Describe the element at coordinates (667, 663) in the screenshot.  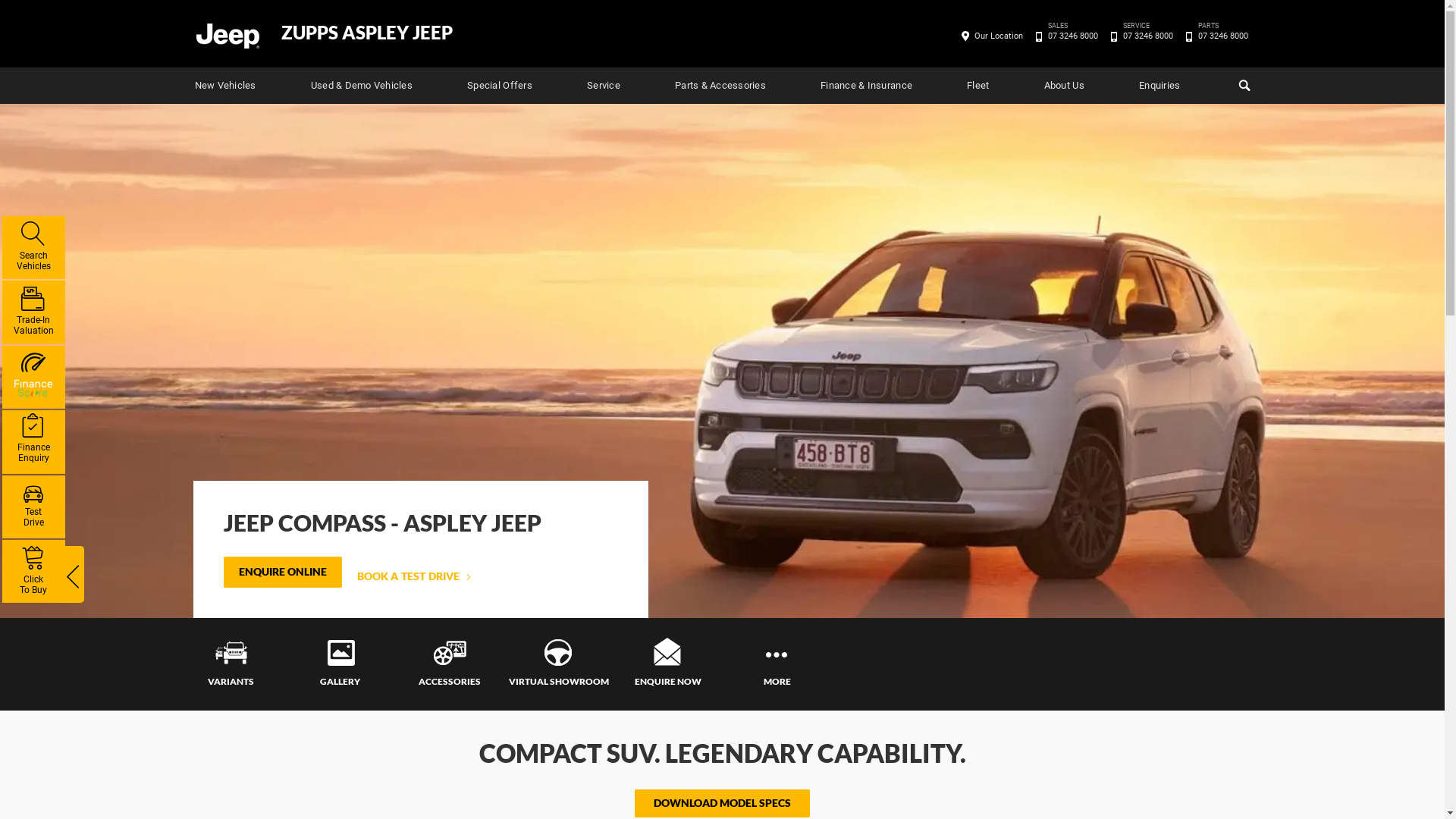
I see `'ENQUIRE NOW'` at that location.